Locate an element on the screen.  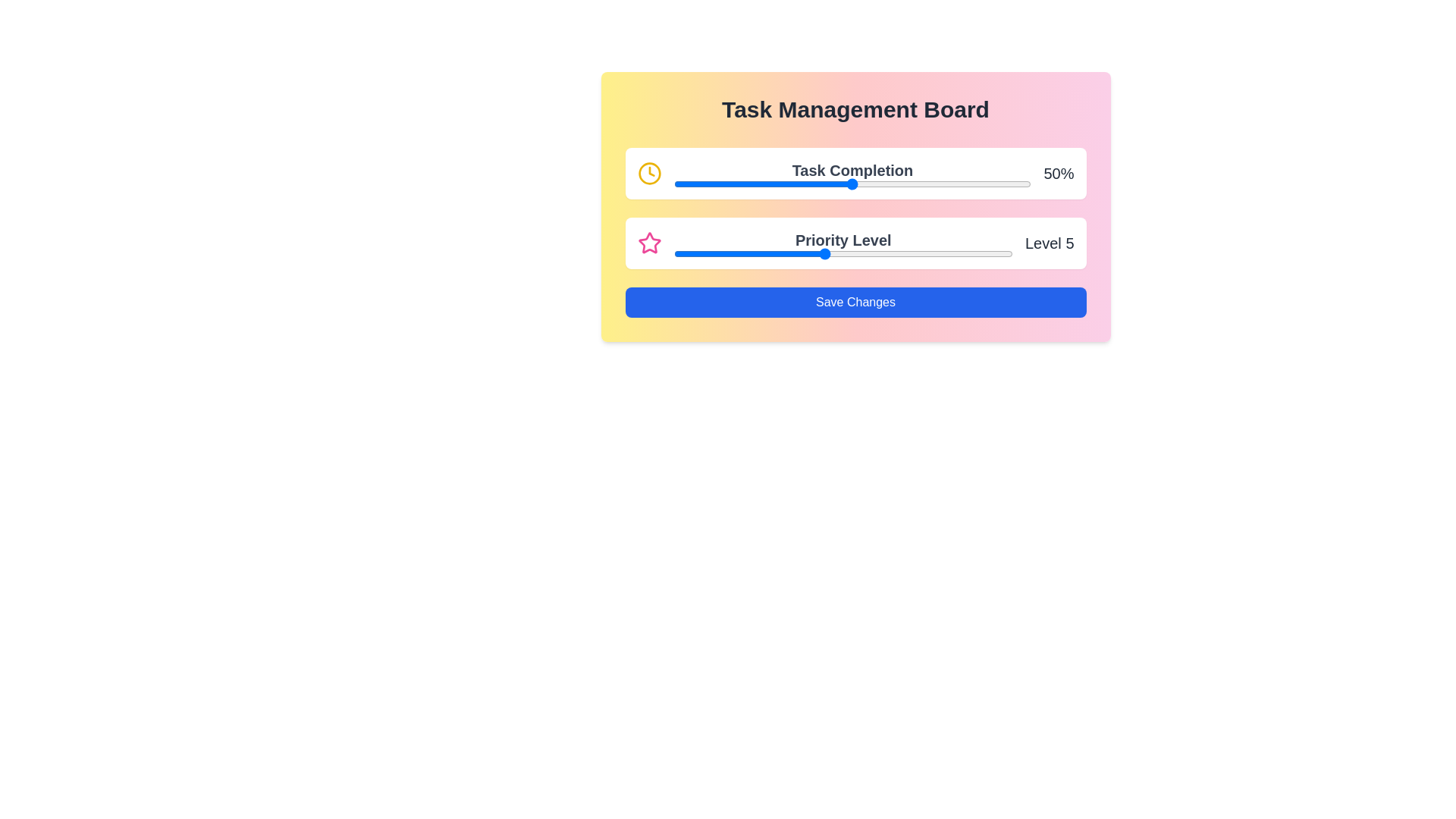
task completion is located at coordinates (734, 180).